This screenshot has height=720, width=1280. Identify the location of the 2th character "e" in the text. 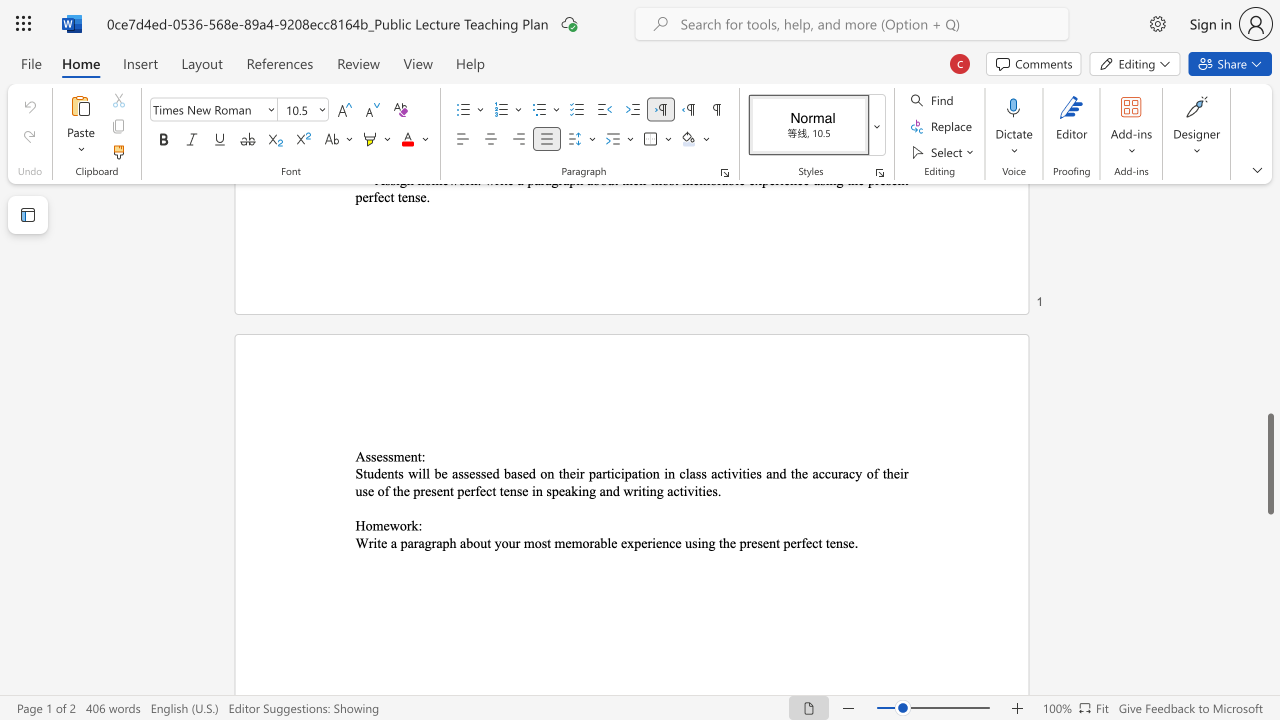
(567, 543).